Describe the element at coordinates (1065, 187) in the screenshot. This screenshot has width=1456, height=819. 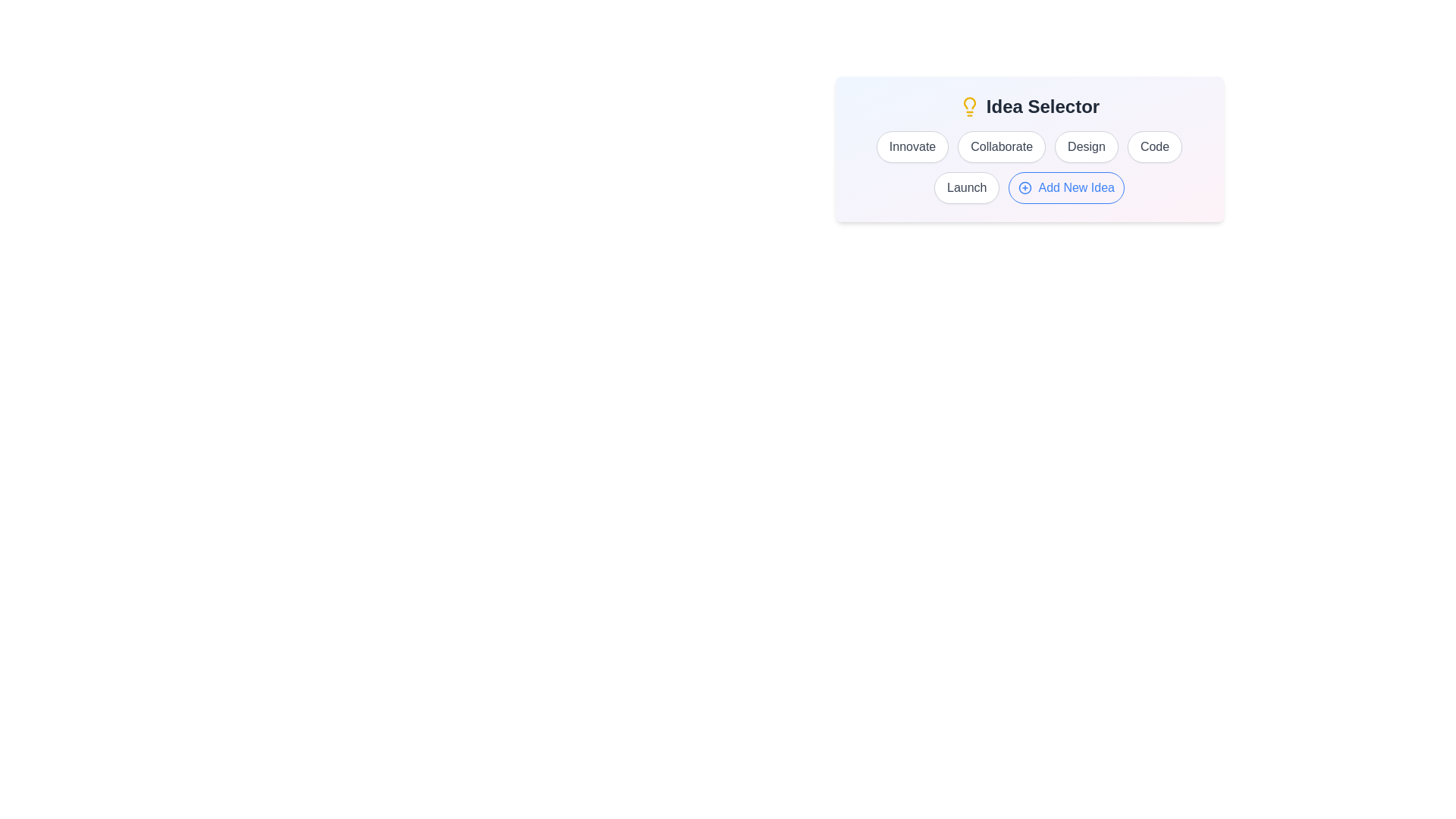
I see `the Add New Idea button to observe its hover effect` at that location.